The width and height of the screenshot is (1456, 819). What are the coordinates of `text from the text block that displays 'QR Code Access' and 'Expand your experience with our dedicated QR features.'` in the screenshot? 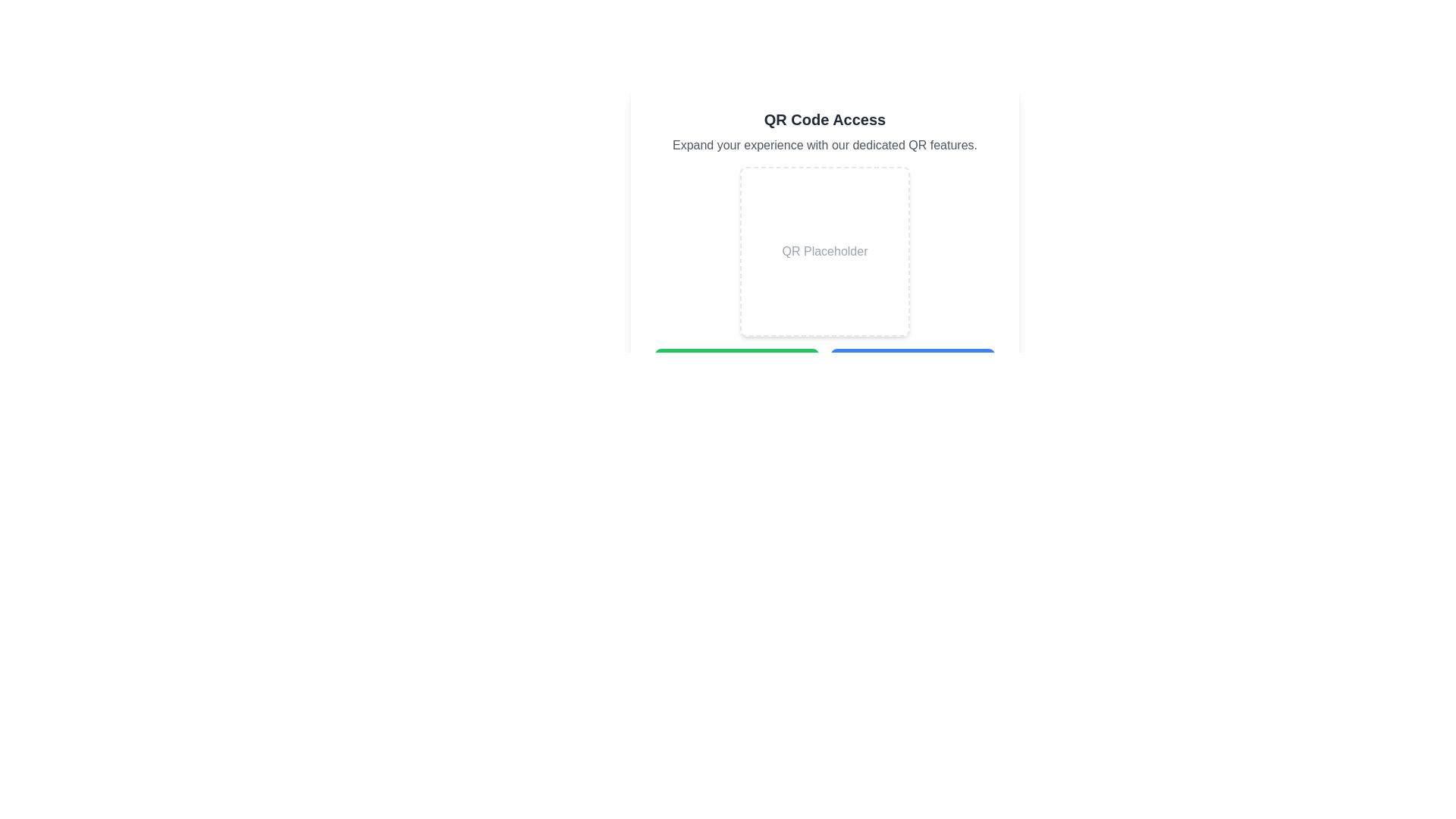 It's located at (824, 130).